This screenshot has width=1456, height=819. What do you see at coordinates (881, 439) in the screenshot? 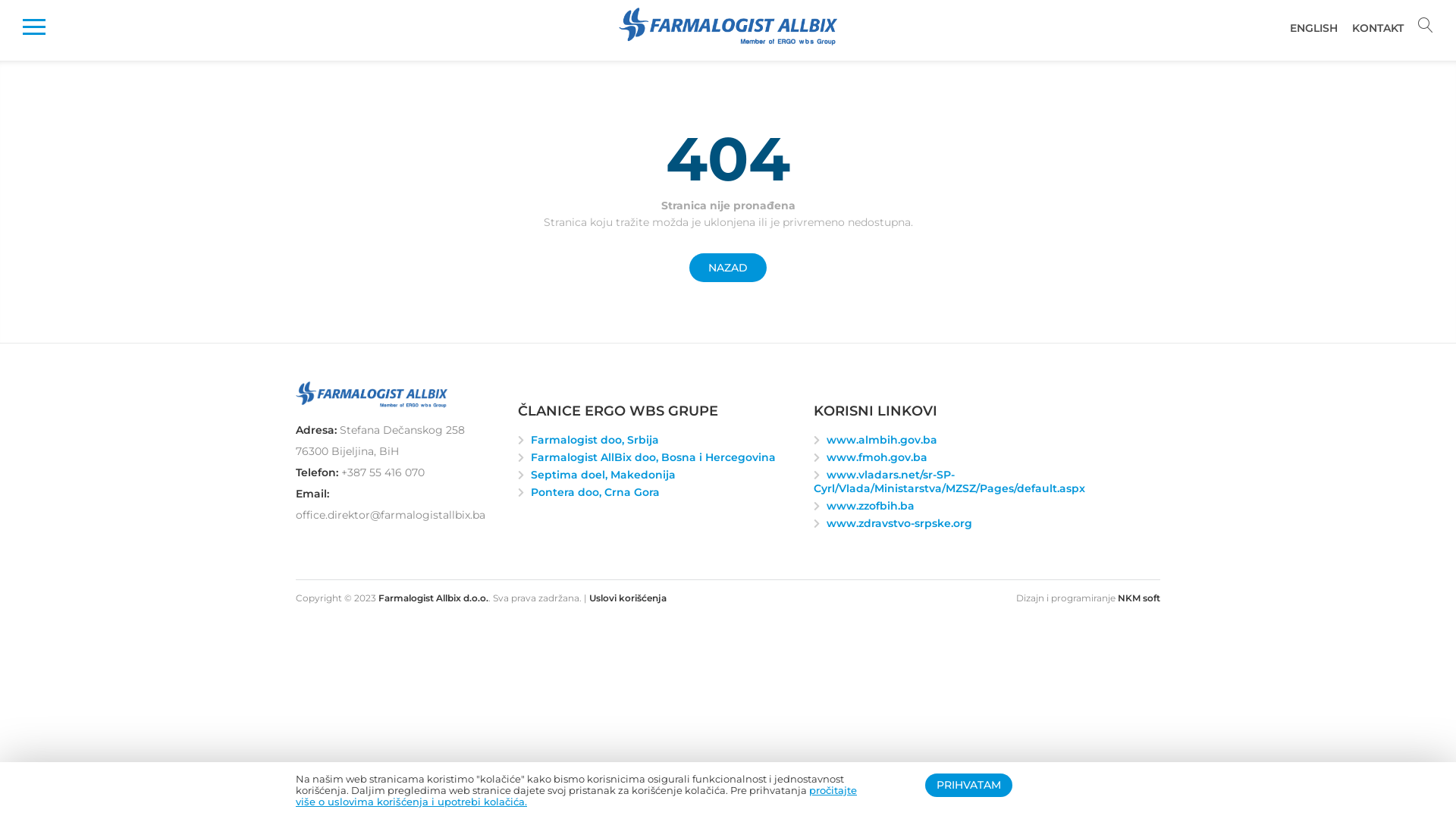
I see `'www.almbih.gov.ba'` at bounding box center [881, 439].